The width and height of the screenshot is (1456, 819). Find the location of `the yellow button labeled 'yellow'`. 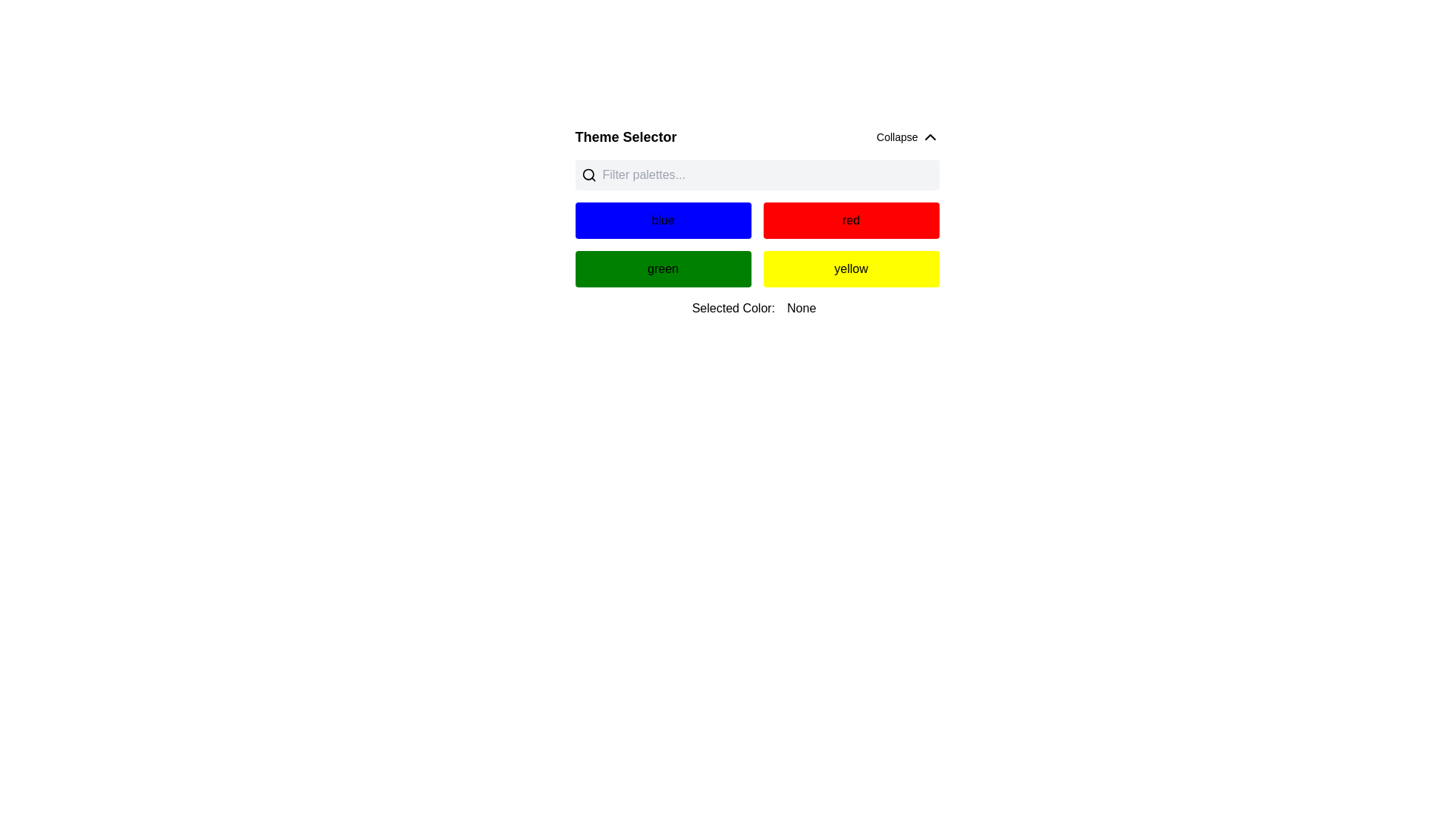

the yellow button labeled 'yellow' is located at coordinates (851, 268).